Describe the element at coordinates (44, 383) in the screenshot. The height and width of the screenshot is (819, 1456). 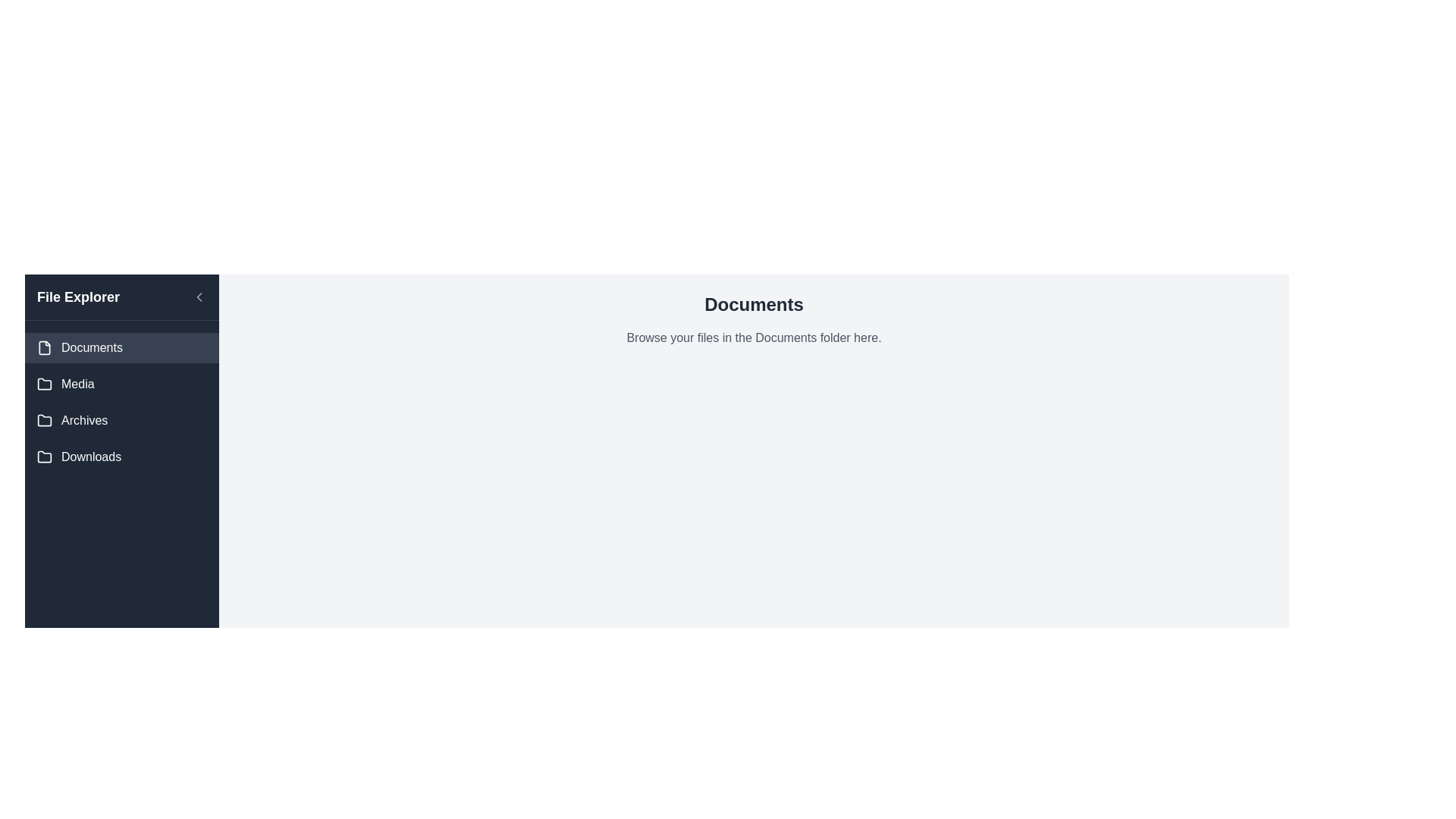
I see `the appearance of the decorative visual indicator icon associated with the 'Media' menu item in the 'File Explorer' menu, located to the left of the text 'Media'` at that location.